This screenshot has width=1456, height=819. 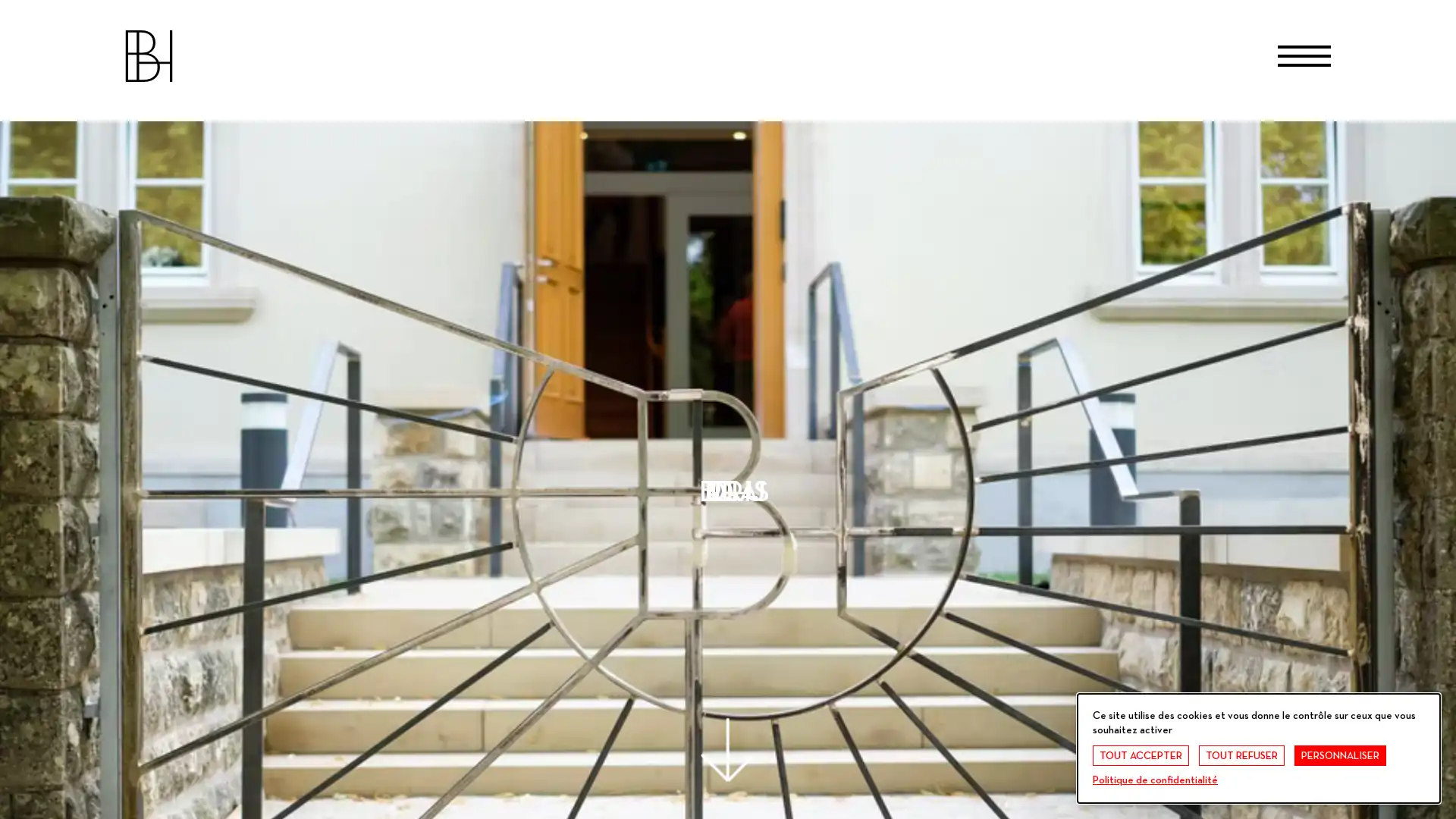 What do you see at coordinates (1141, 755) in the screenshot?
I see `TOUT ACCEPTER` at bounding box center [1141, 755].